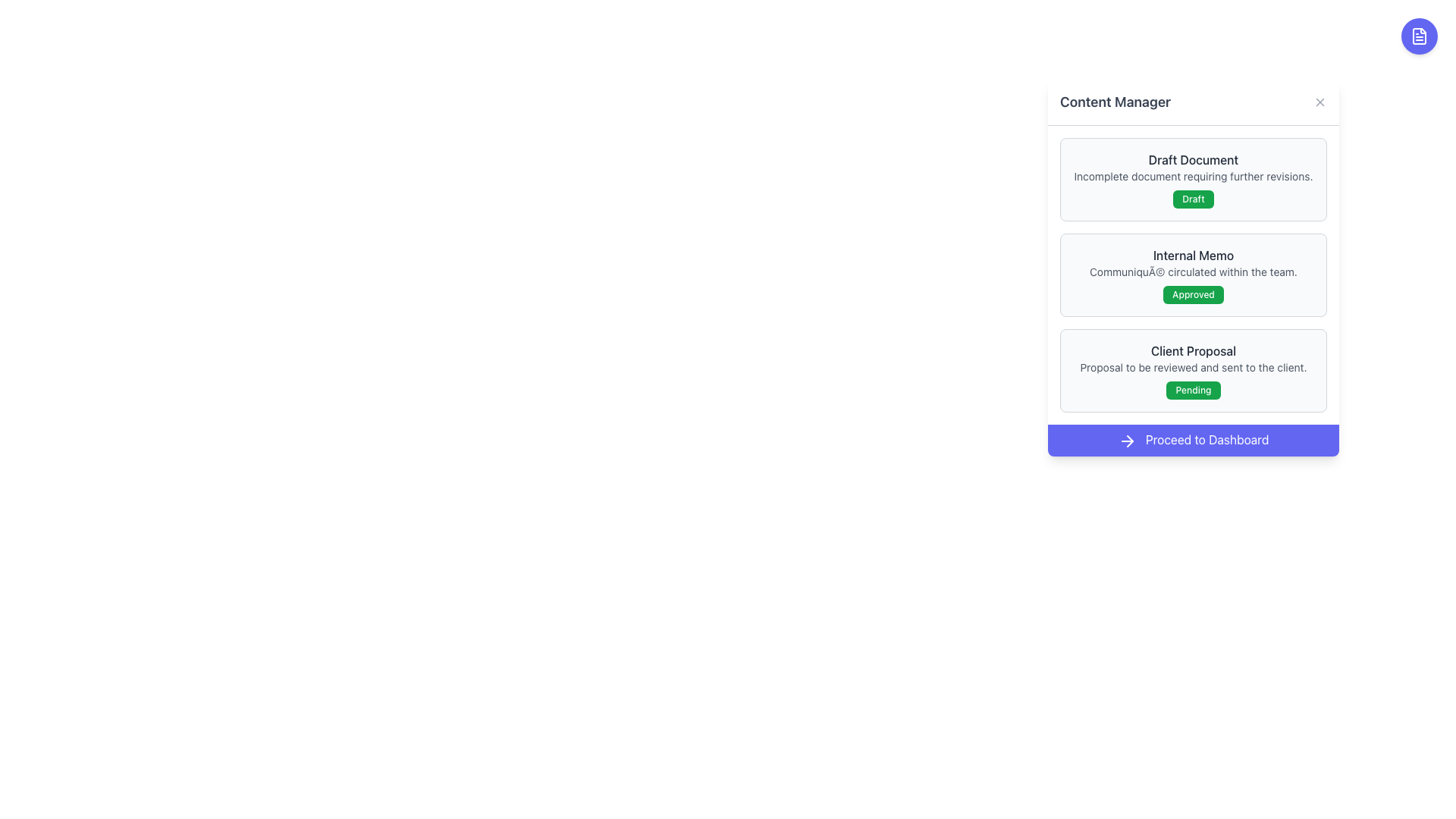 The width and height of the screenshot is (1456, 819). I want to click on text information from the card titled 'Internal Memo', which contains the description 'Communiqué circulated within the team.' and the badge labeled 'Approved', so click(1193, 275).